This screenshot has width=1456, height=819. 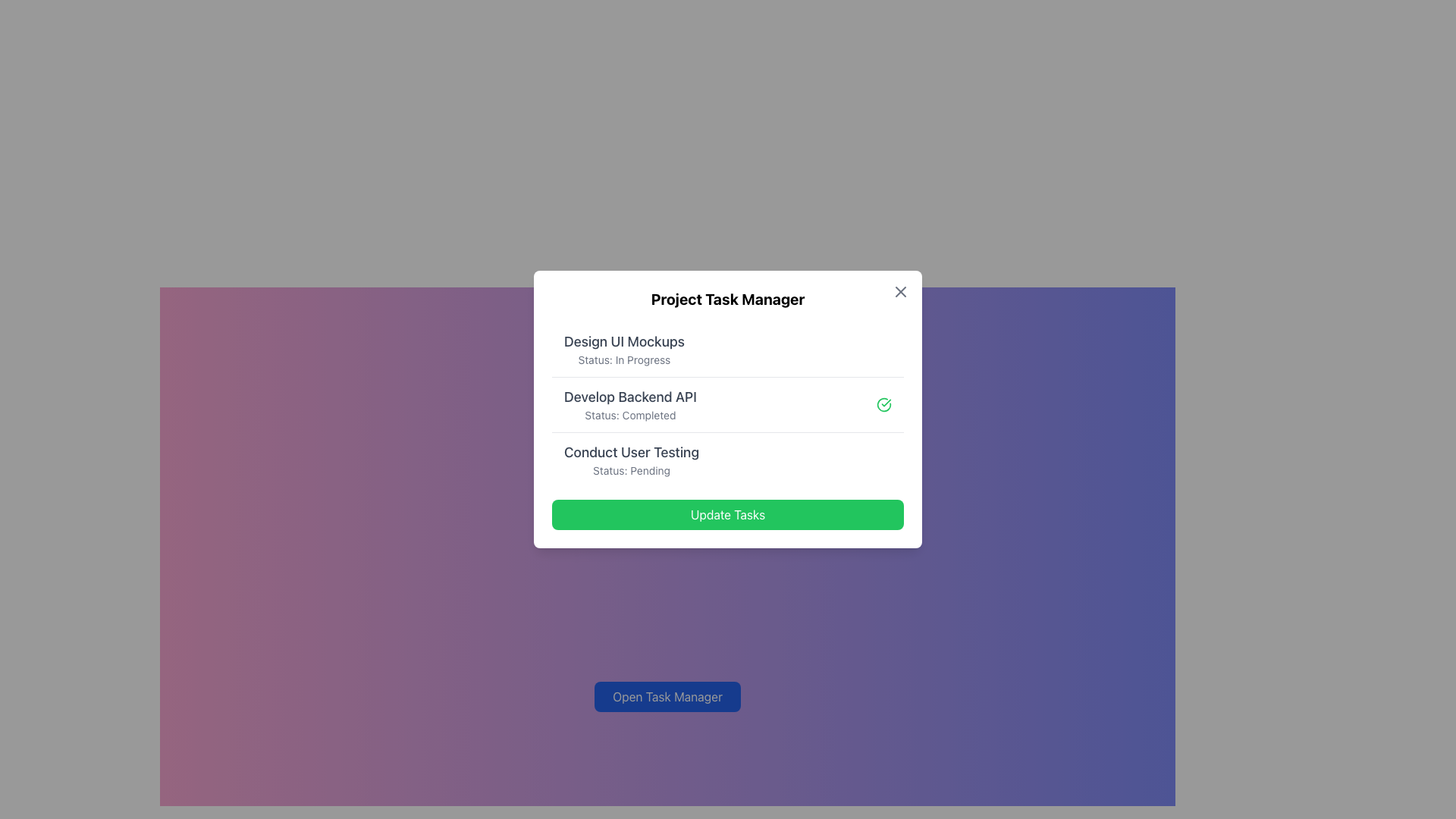 What do you see at coordinates (630, 403) in the screenshot?
I see `the static text element displaying 'Develop Backend API' with status 'Status: Completed', which is the second item in the task list` at bounding box center [630, 403].